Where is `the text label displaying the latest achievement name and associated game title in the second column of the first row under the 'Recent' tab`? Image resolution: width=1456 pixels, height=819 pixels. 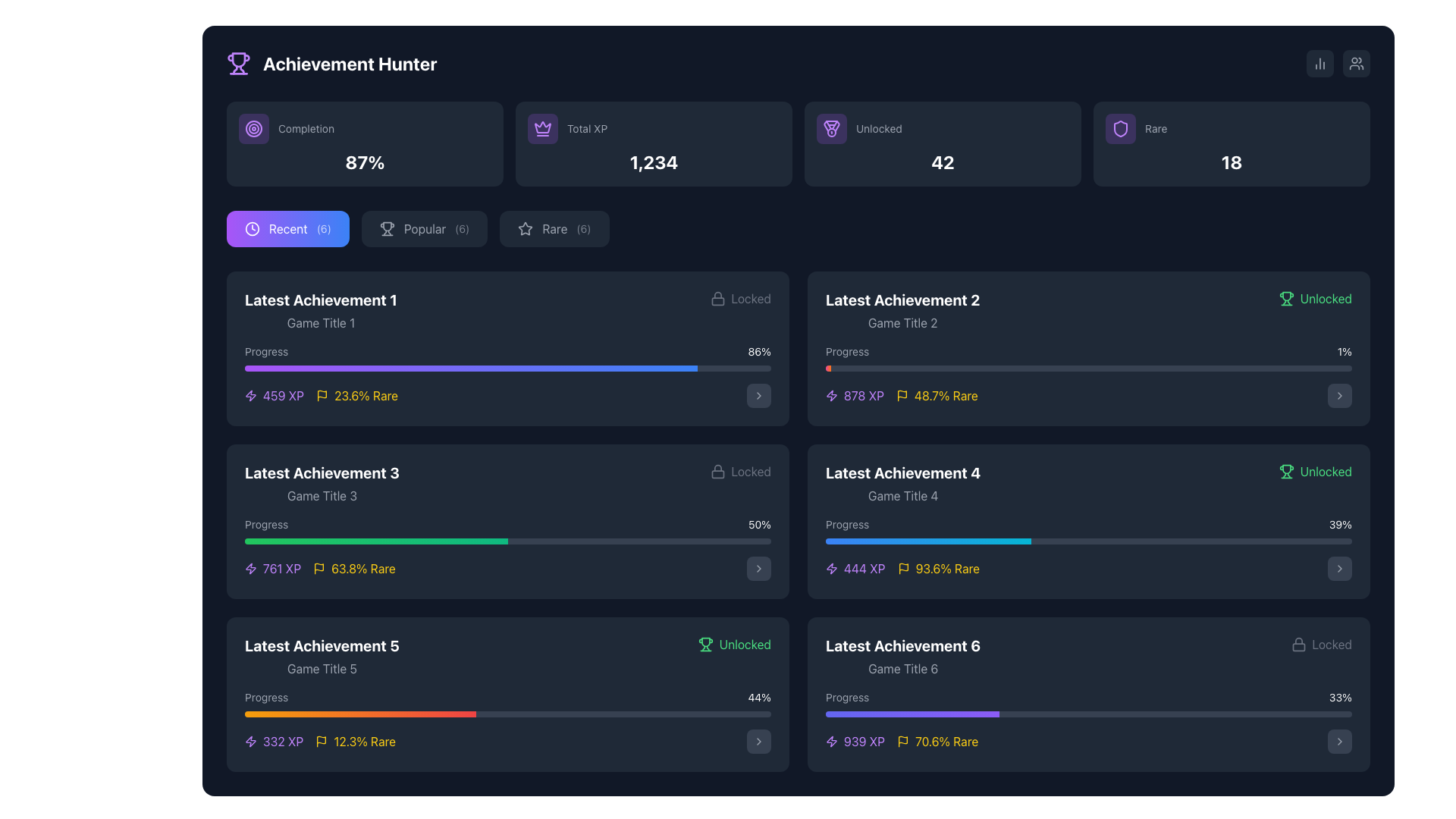 the text label displaying the latest achievement name and associated game title in the second column of the first row under the 'Recent' tab is located at coordinates (902, 309).